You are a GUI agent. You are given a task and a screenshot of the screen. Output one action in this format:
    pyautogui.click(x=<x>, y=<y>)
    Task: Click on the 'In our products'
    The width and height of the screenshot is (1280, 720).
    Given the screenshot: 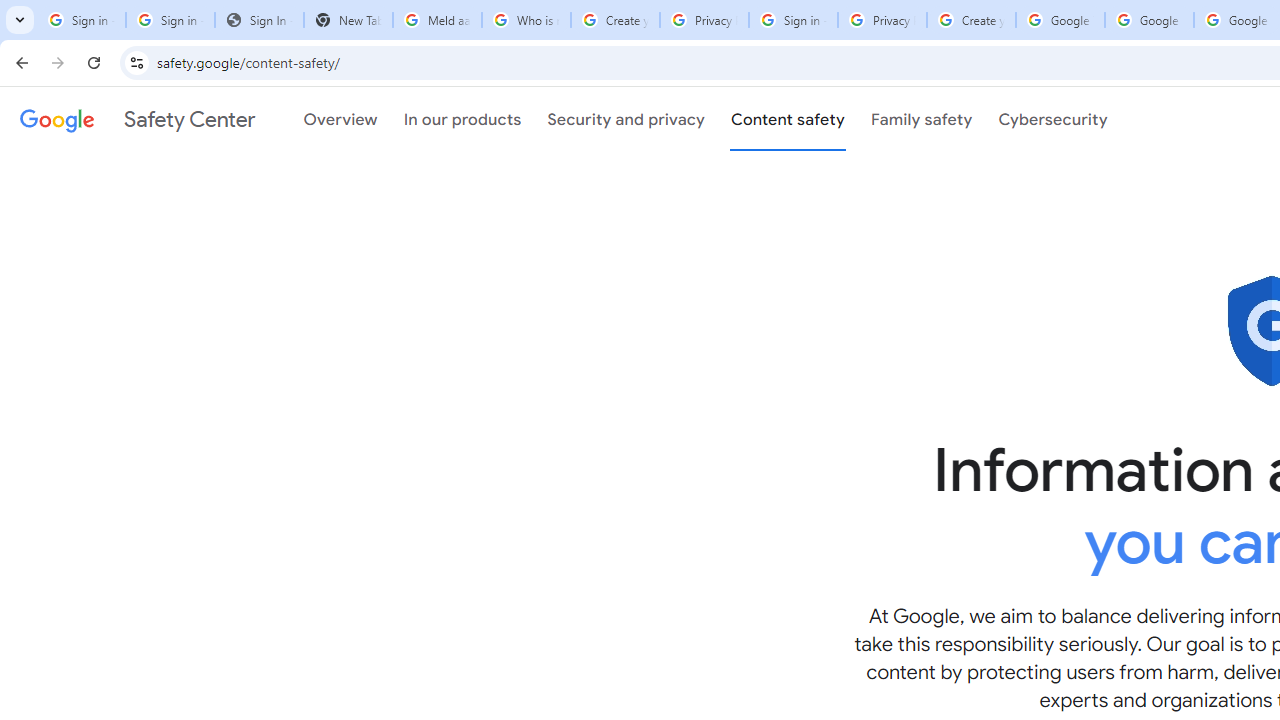 What is the action you would take?
    pyautogui.click(x=461, y=119)
    